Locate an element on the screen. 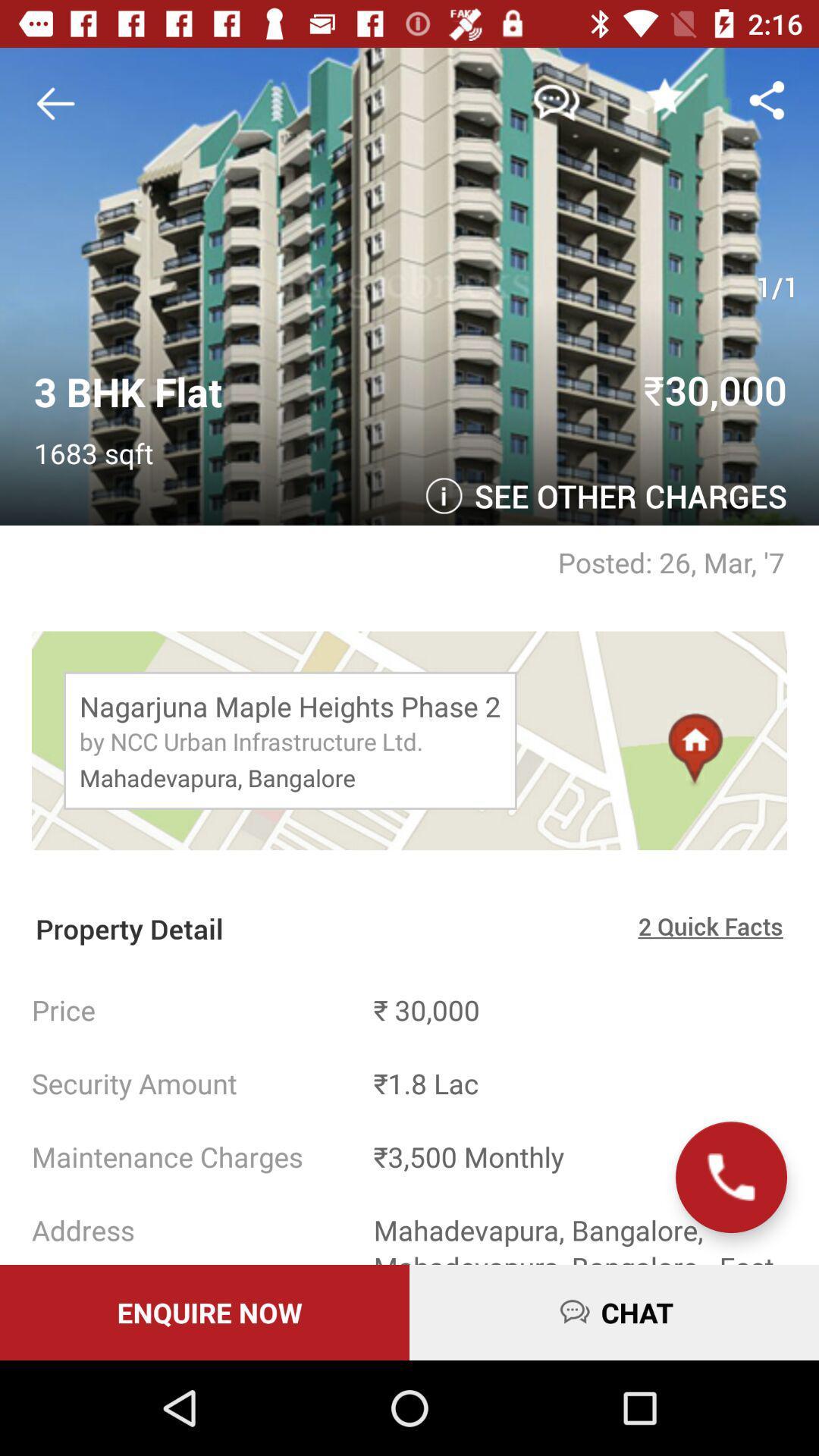  go back is located at coordinates (60, 102).